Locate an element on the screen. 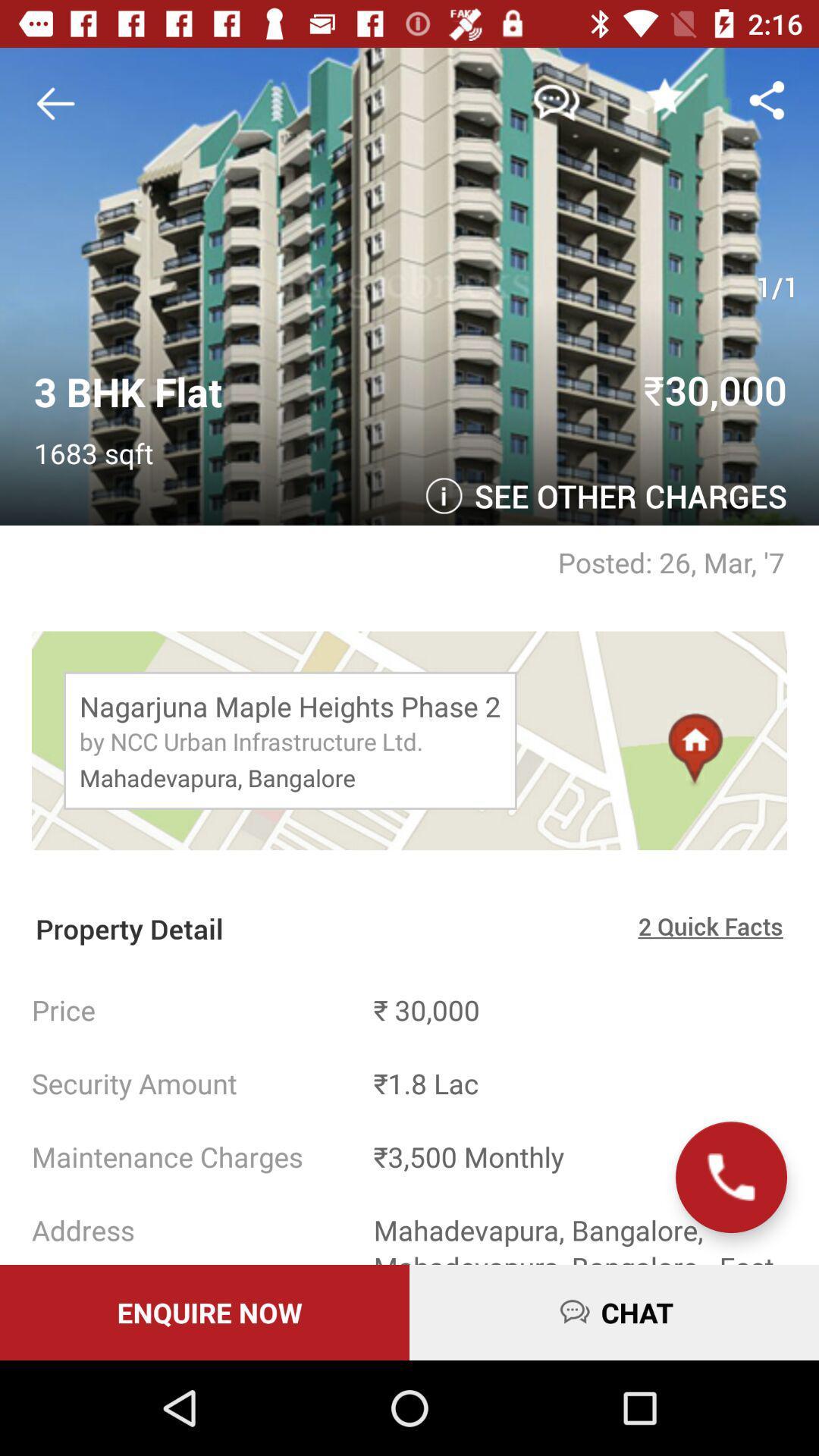  go back is located at coordinates (60, 102).